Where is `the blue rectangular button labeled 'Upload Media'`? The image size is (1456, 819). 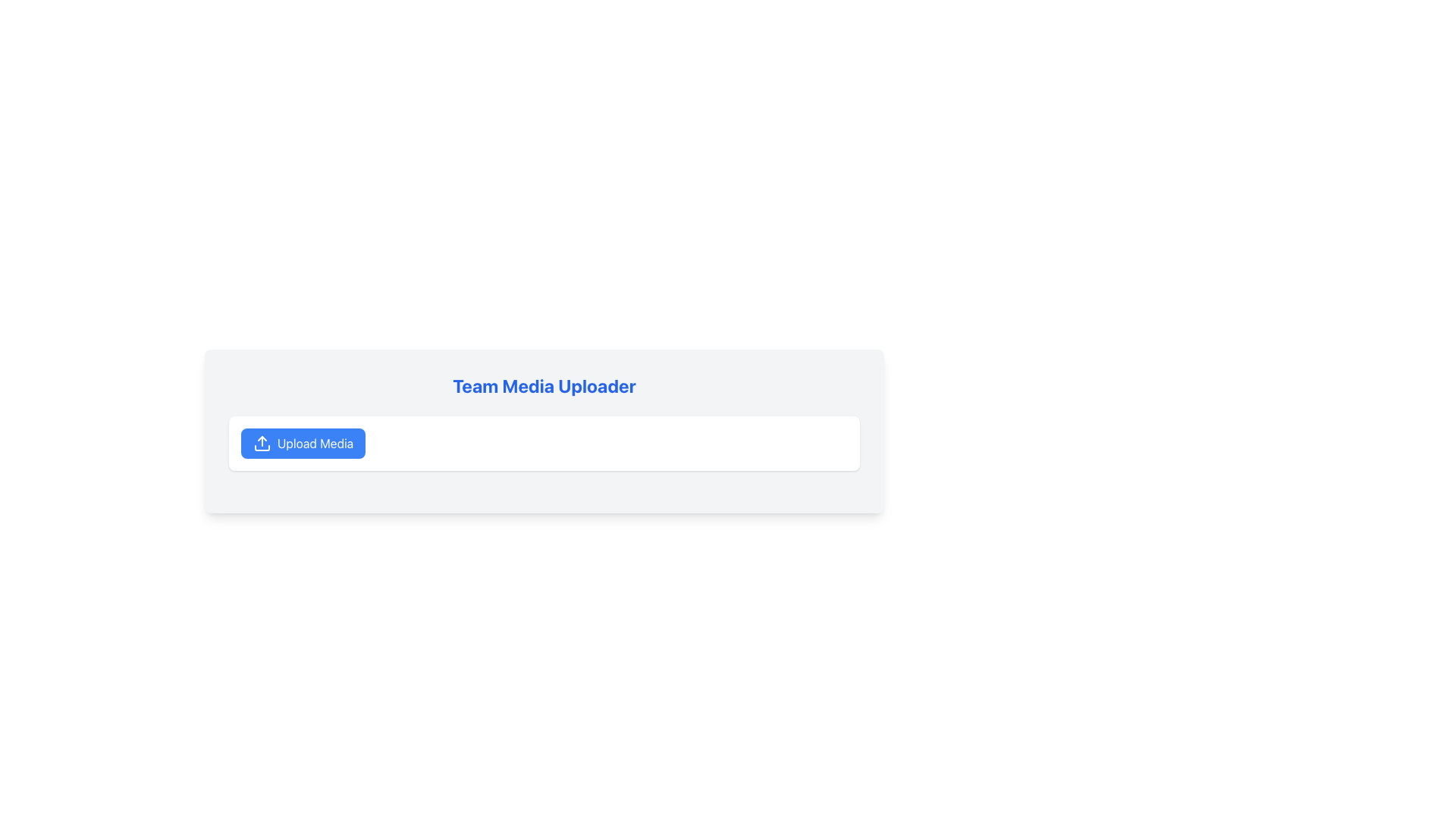
the blue rectangular button labeled 'Upload Media' is located at coordinates (303, 444).